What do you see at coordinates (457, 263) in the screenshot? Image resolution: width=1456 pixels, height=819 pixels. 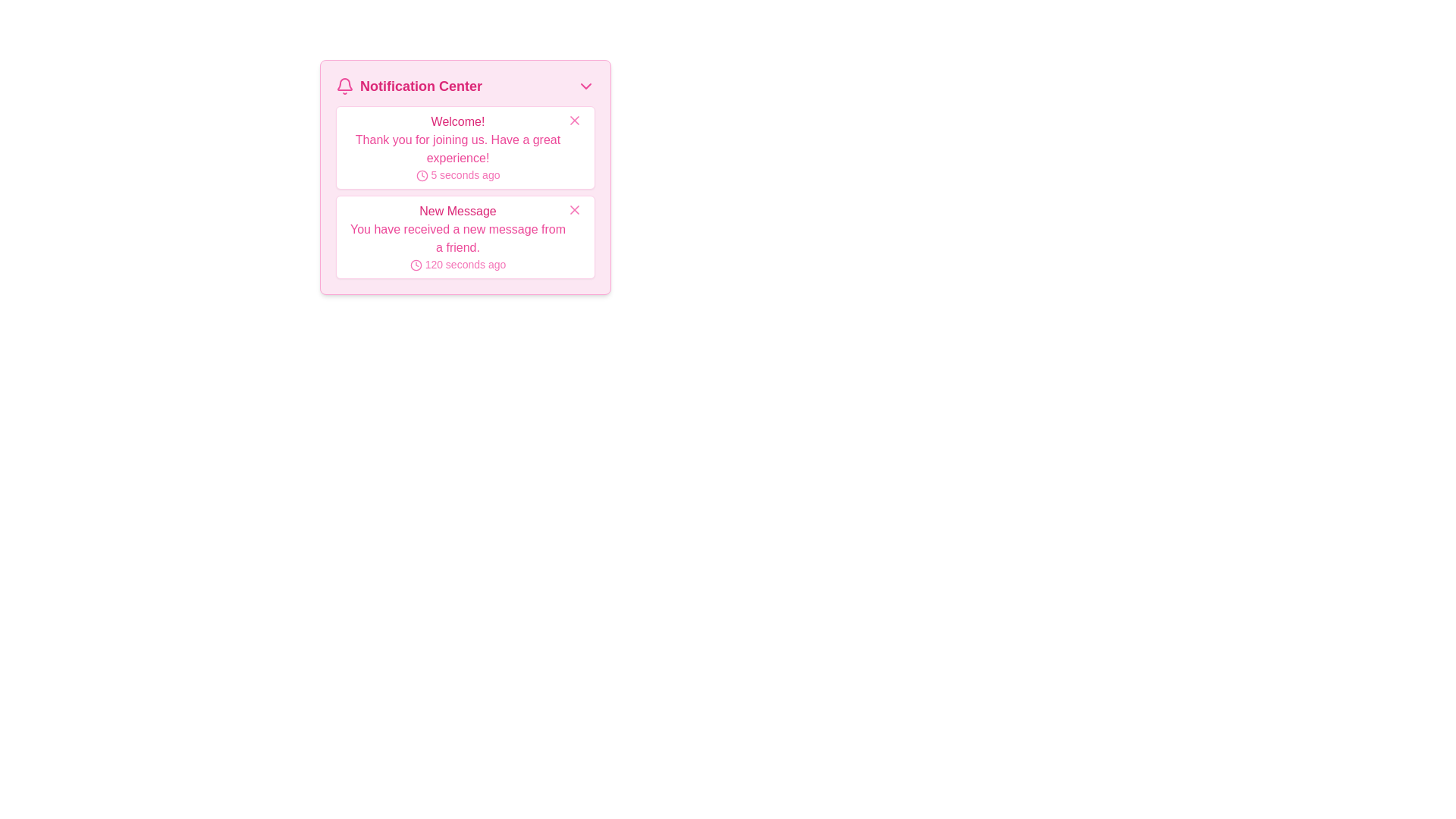 I see `the Timestamp element displaying '120 seconds ago' with a clock icon in the Notification Center` at bounding box center [457, 263].